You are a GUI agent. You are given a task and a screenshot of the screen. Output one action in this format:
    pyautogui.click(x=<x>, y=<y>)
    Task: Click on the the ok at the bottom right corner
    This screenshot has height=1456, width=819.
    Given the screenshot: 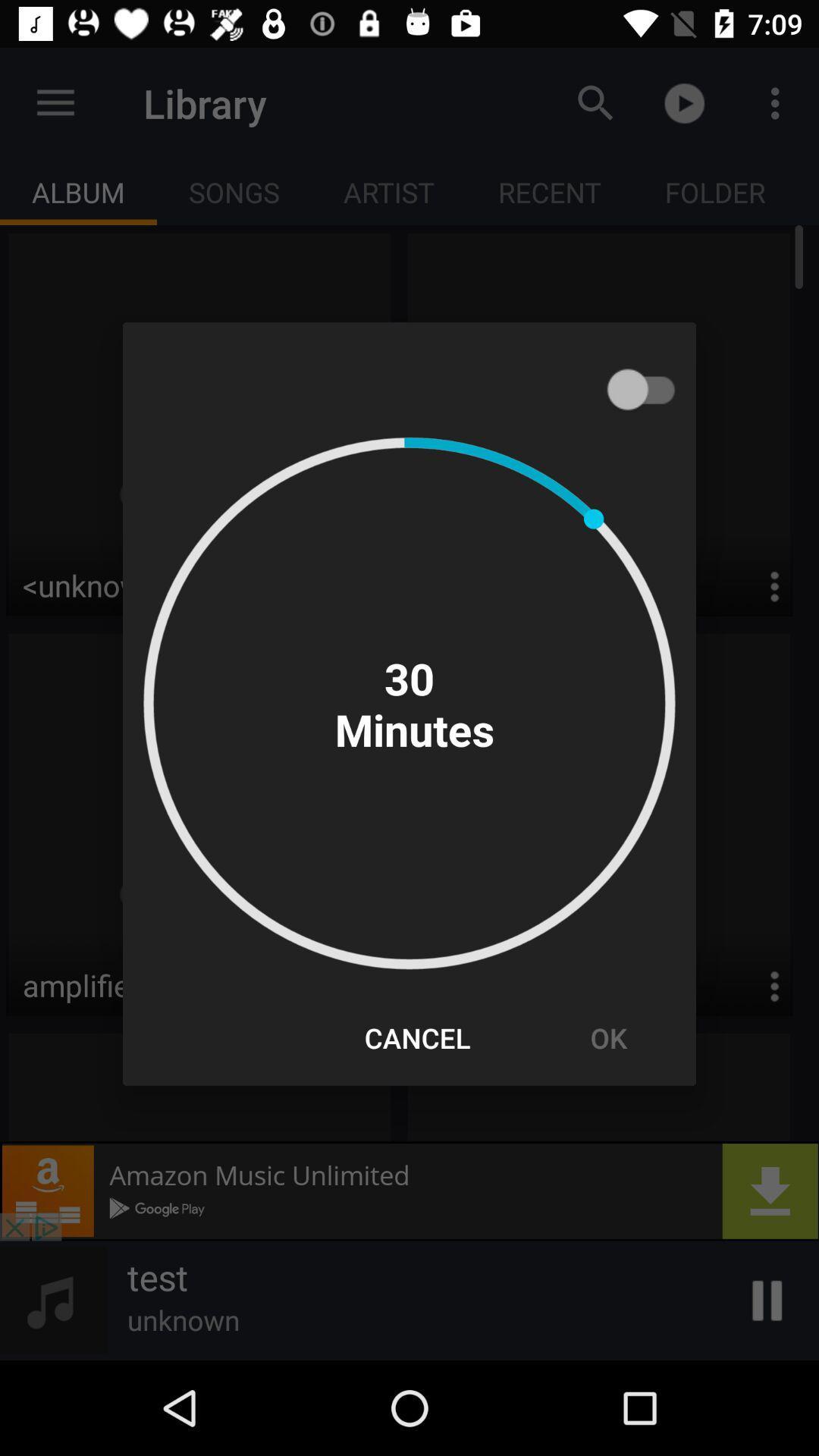 What is the action you would take?
    pyautogui.click(x=607, y=1037)
    